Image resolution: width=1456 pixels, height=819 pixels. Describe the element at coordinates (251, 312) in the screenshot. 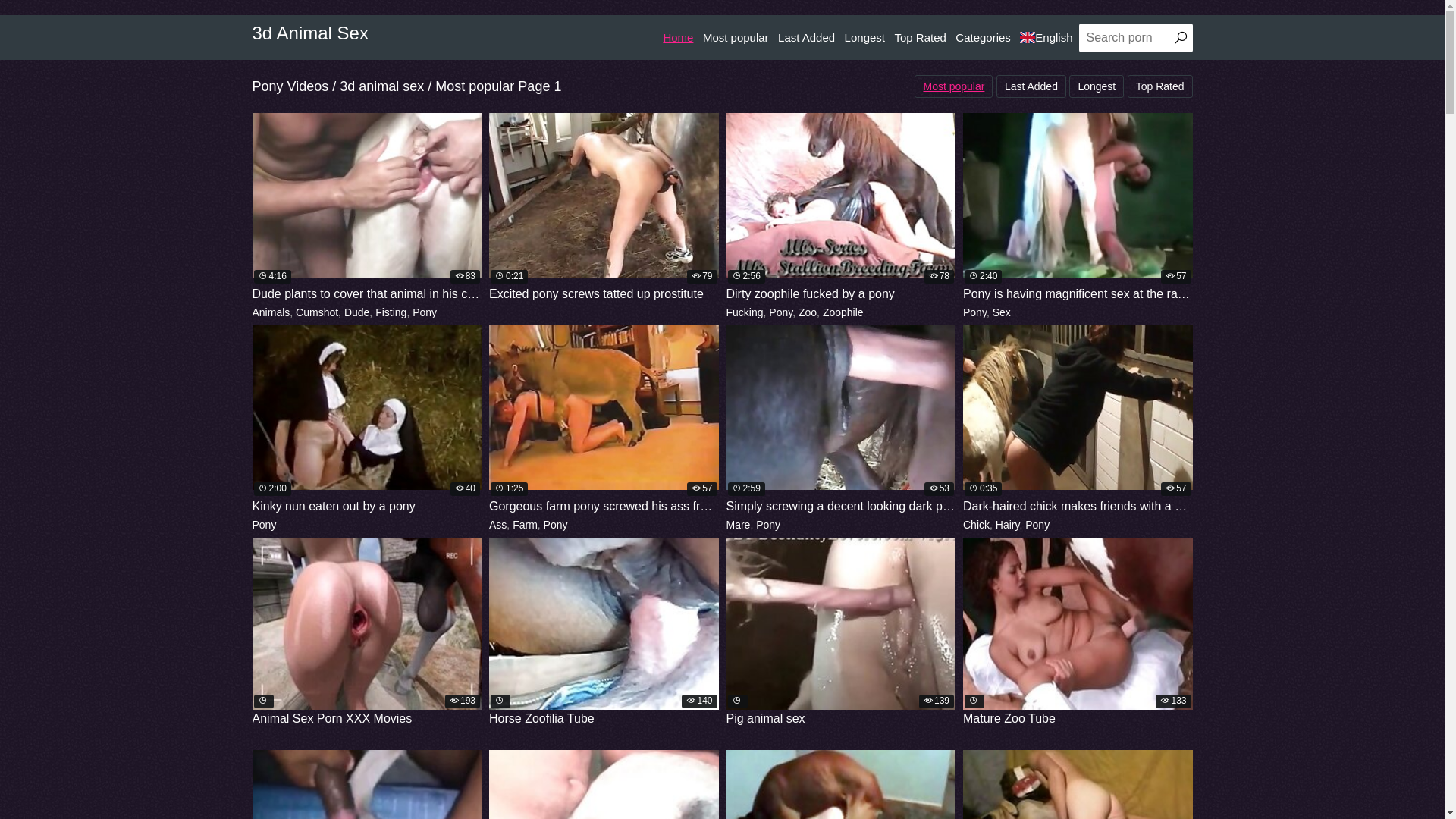

I see `'Animals'` at that location.